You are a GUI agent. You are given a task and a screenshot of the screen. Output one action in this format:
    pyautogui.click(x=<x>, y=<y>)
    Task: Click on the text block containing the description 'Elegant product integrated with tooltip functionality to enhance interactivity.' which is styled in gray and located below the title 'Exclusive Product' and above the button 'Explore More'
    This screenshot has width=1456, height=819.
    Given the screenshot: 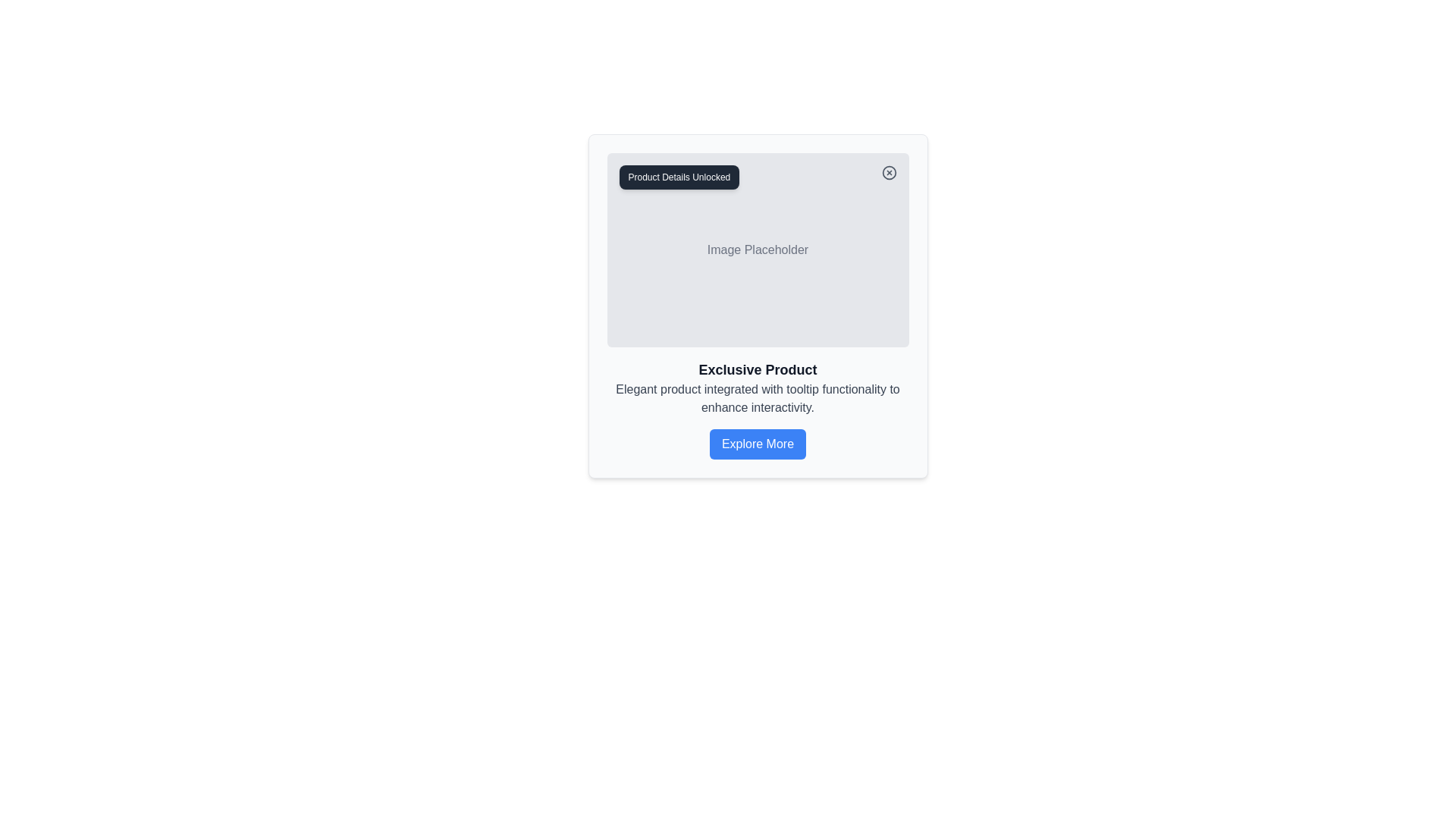 What is the action you would take?
    pyautogui.click(x=758, y=397)
    